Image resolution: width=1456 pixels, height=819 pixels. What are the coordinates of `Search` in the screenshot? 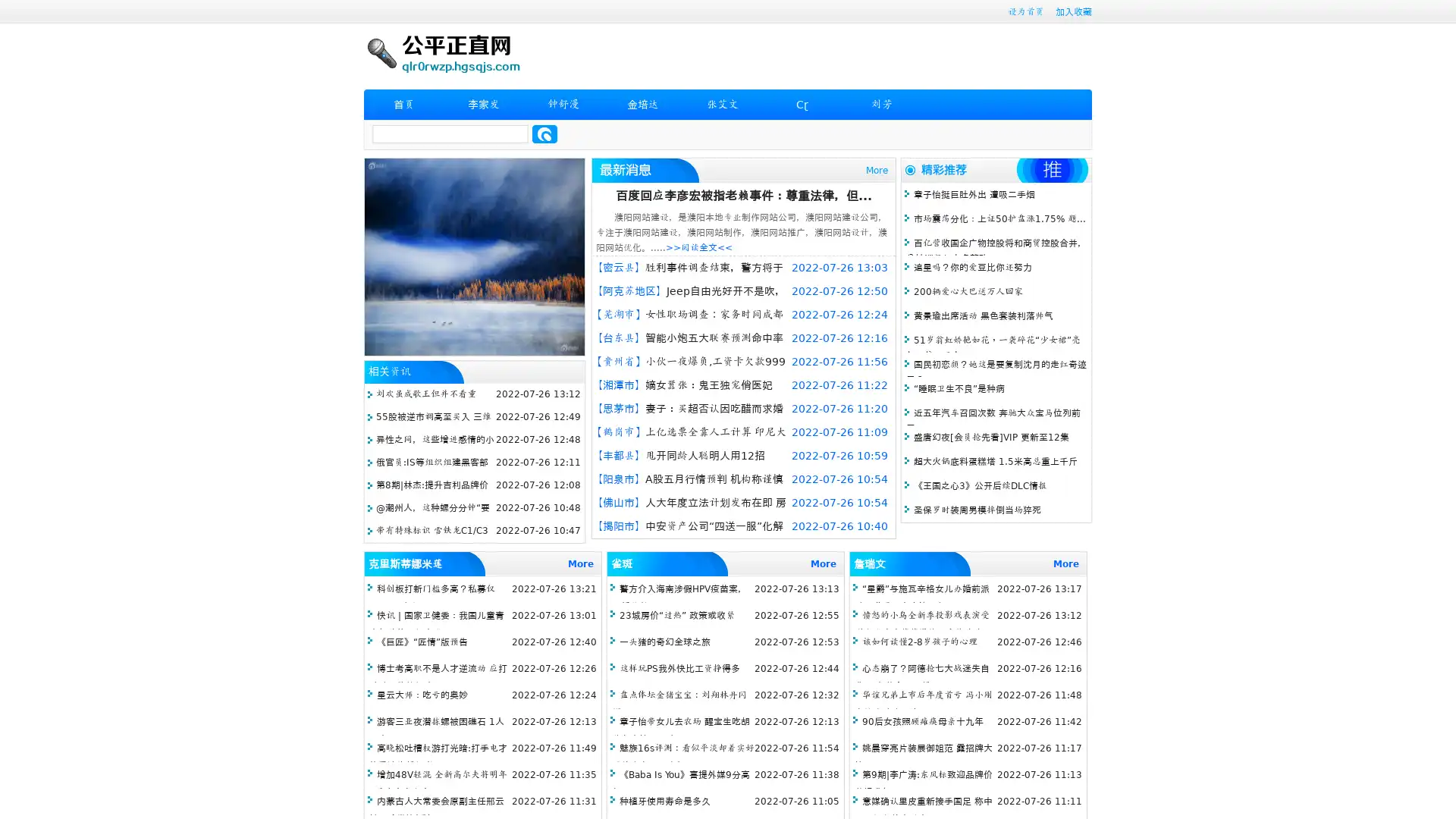 It's located at (544, 133).